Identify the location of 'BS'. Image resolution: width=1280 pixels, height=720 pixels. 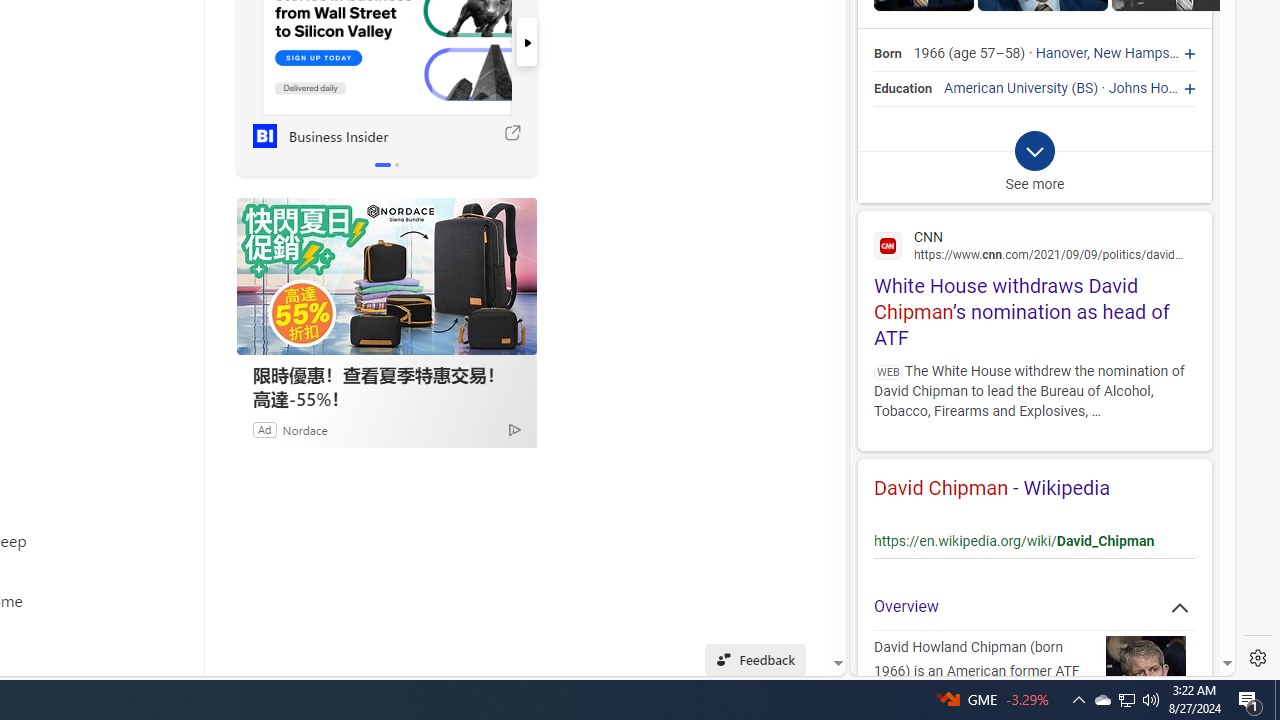
(1084, 87).